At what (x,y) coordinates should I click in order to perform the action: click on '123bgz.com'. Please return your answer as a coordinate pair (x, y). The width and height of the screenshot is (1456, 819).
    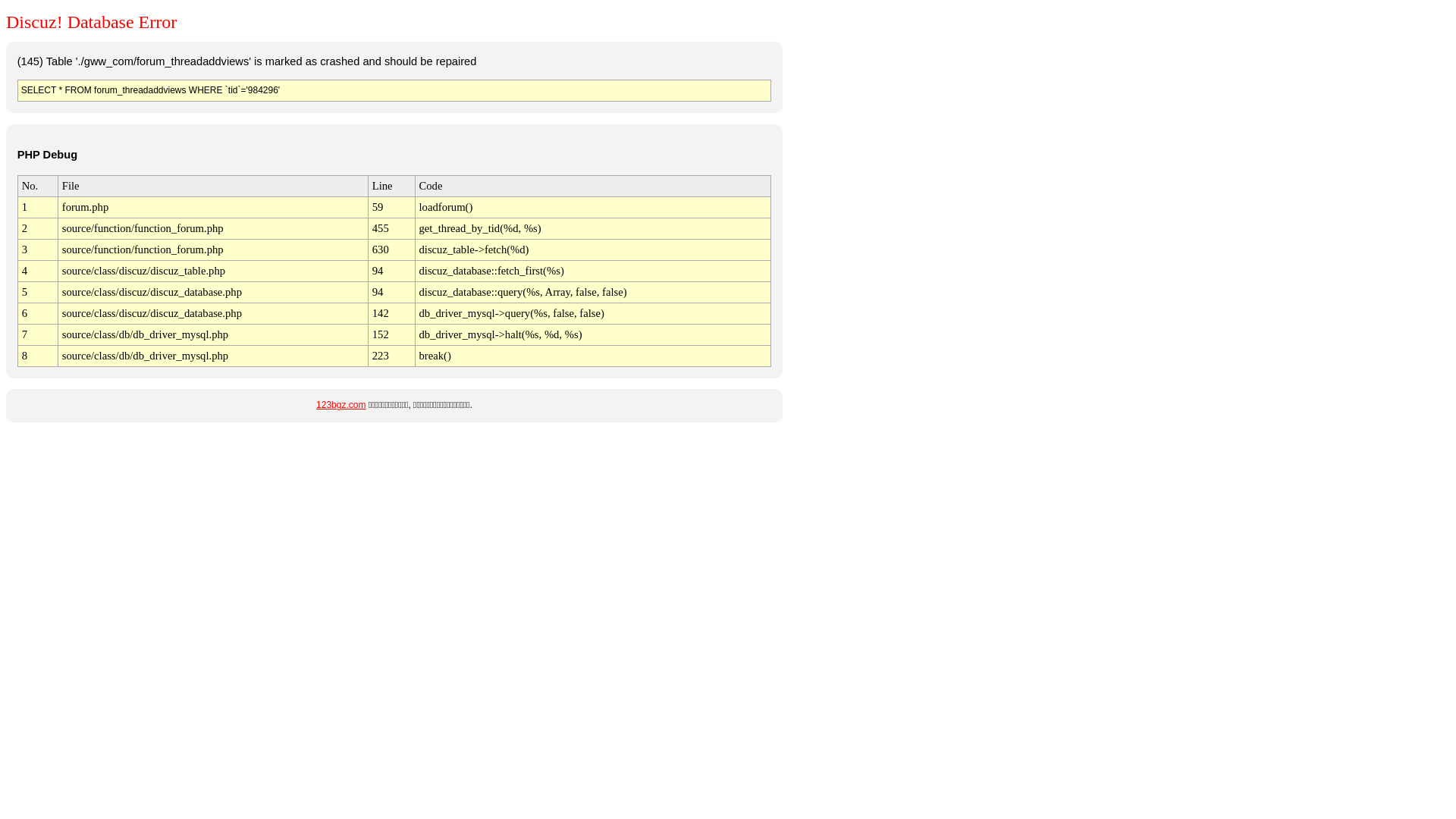
    Looking at the image, I should click on (340, 403).